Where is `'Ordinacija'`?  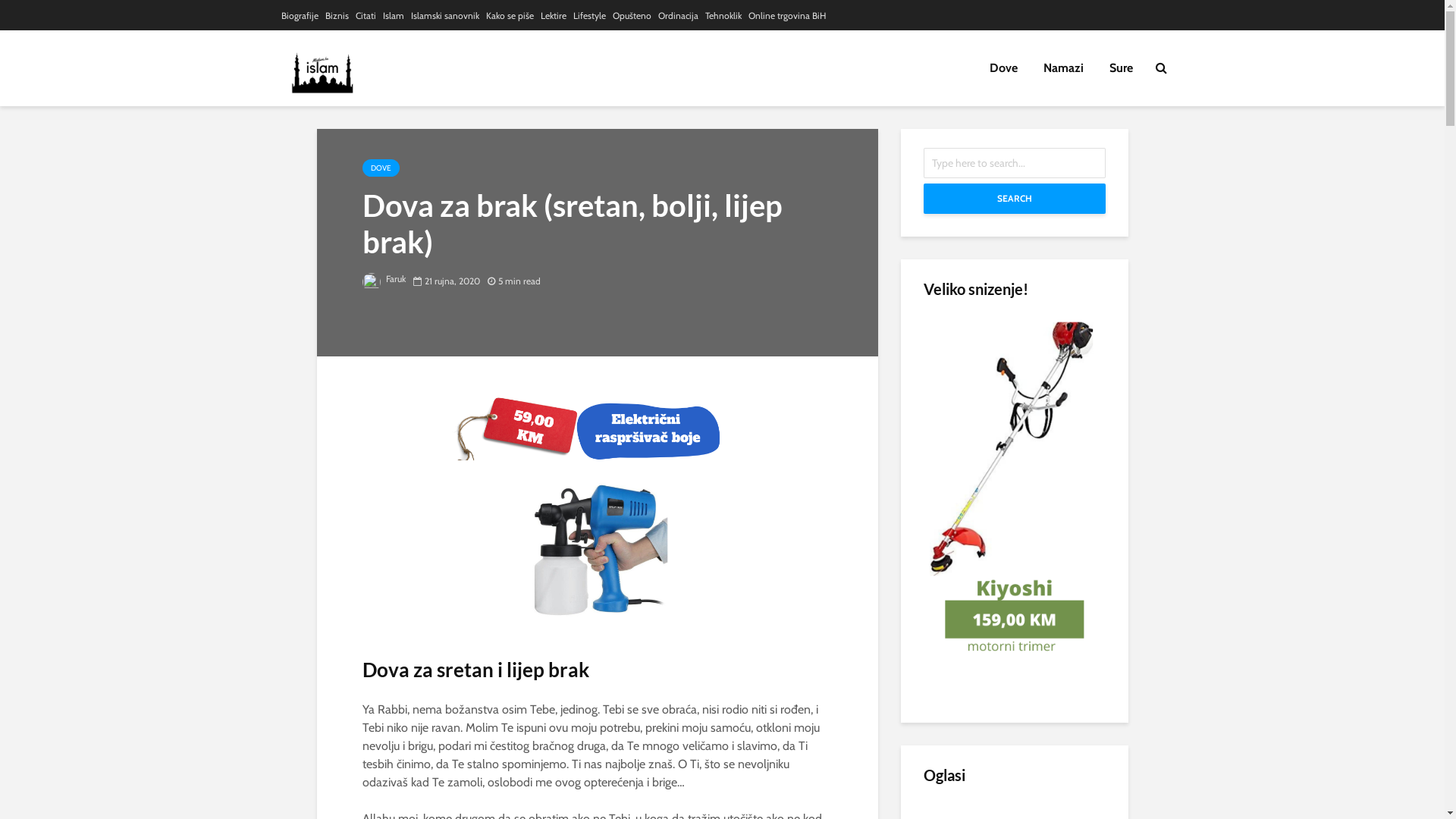
'Ordinacija' is located at coordinates (677, 15).